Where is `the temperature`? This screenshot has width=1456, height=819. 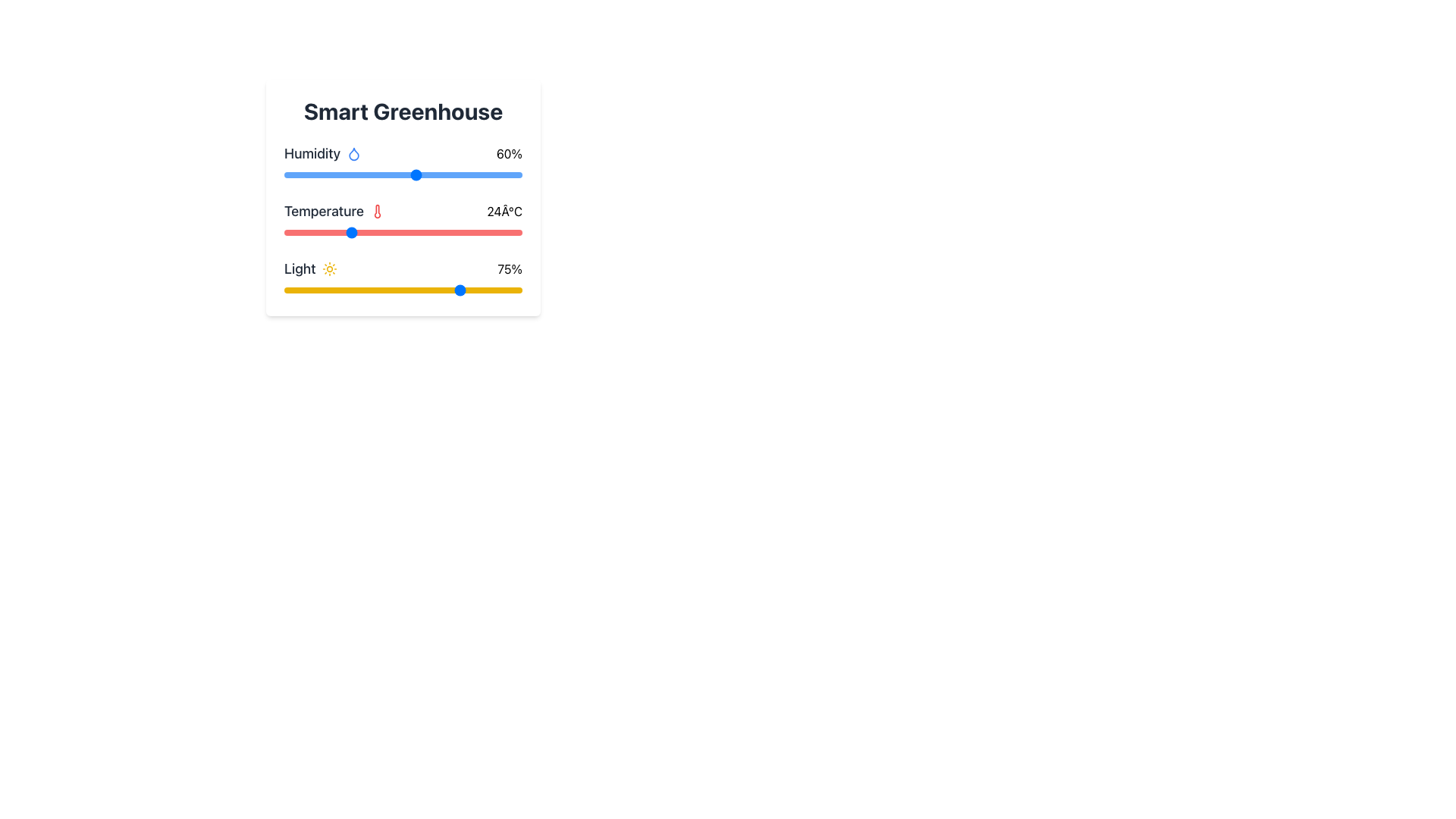
the temperature is located at coordinates (337, 233).